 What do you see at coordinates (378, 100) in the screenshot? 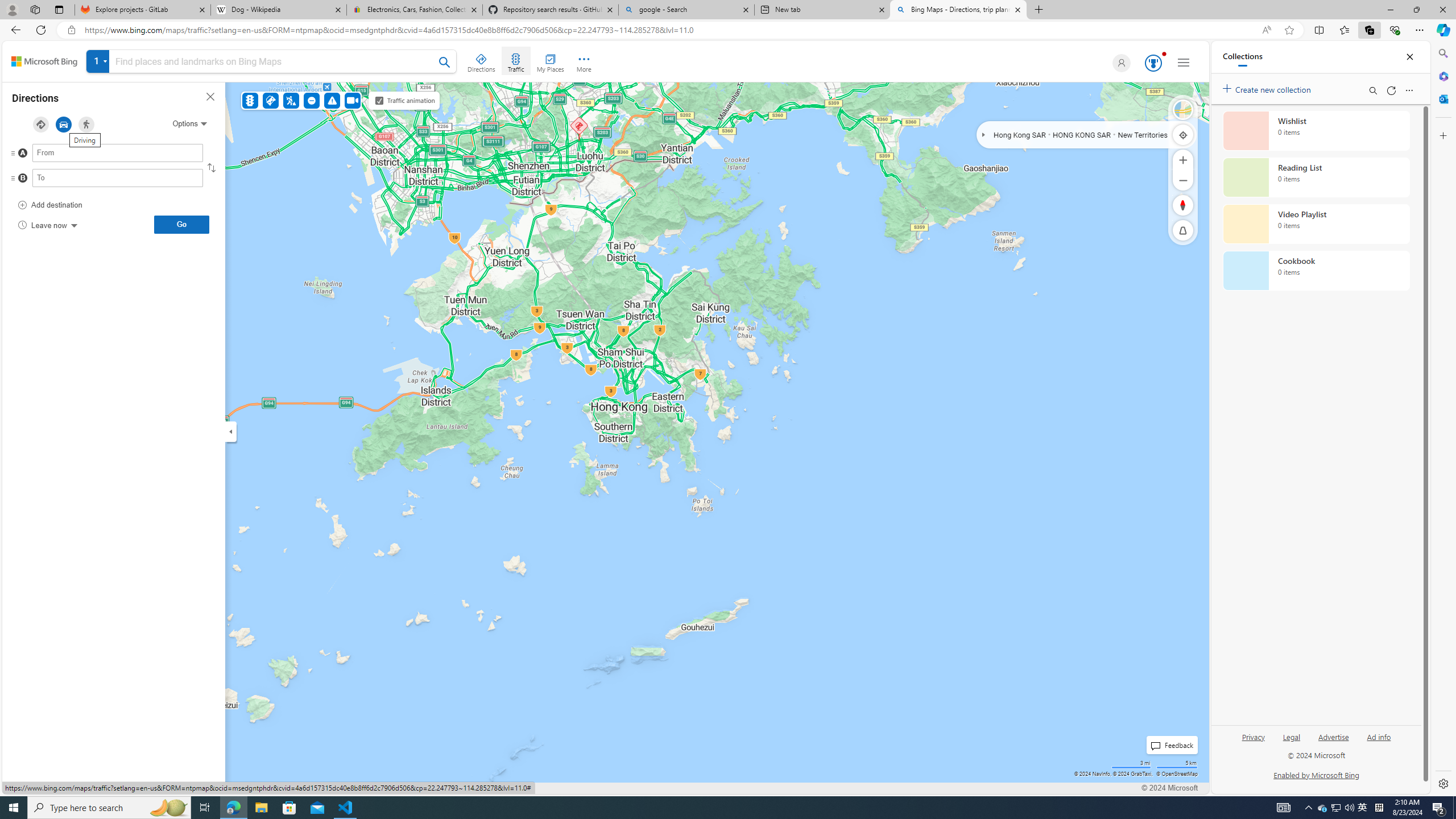
I see `'Traffic animation'` at bounding box center [378, 100].